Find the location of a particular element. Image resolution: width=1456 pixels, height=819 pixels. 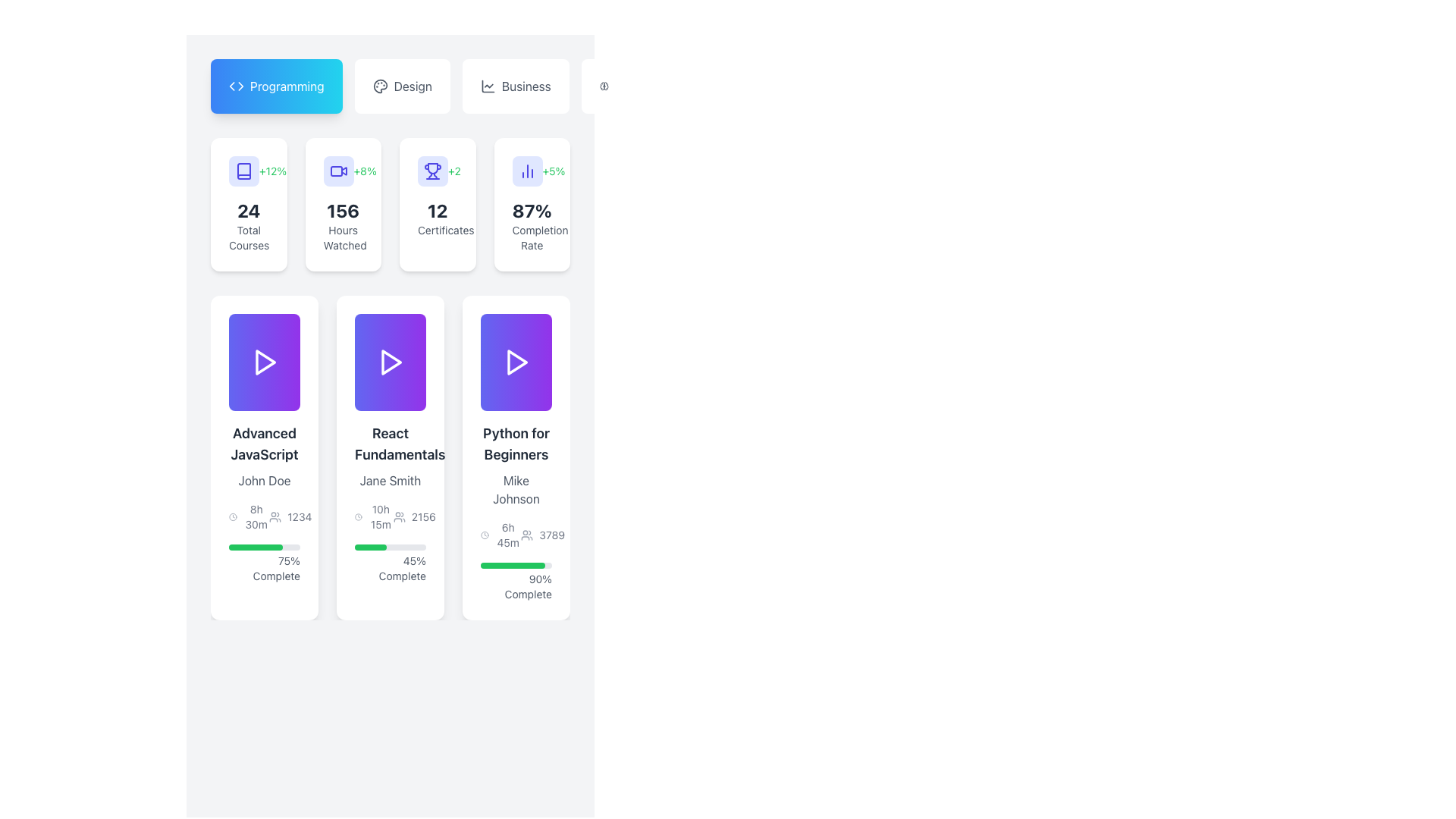

the text label that reads 'Total Courses', which is styled in a smaller gray font and positioned below the numeric value '24' in the first card of a horizontal series is located at coordinates (249, 237).